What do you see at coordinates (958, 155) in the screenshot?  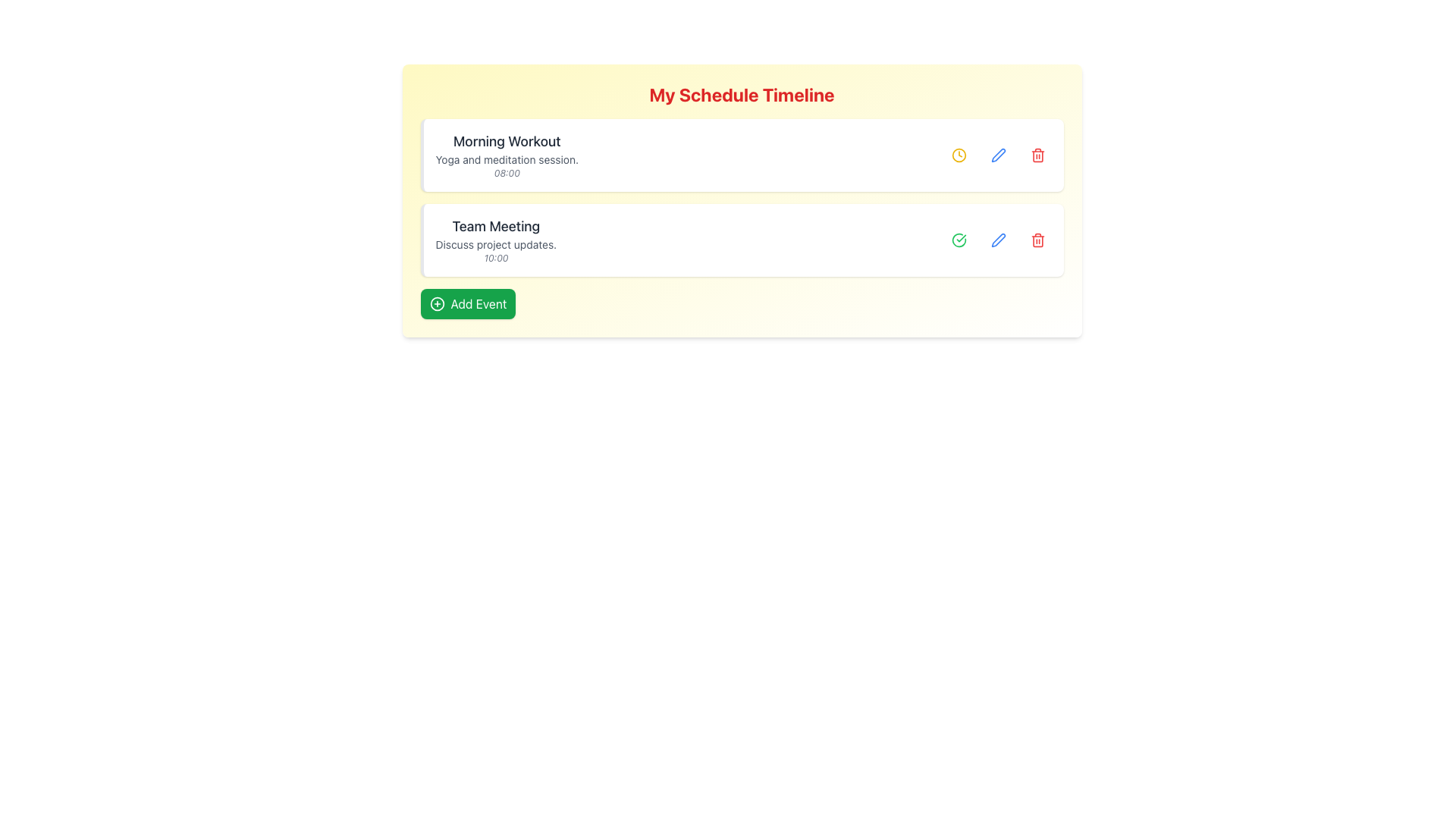 I see `the outer circular boundary of the clock icon in the 'Morning Workout' schedule card, located in the right-center section under the schedule timeline heading` at bounding box center [958, 155].